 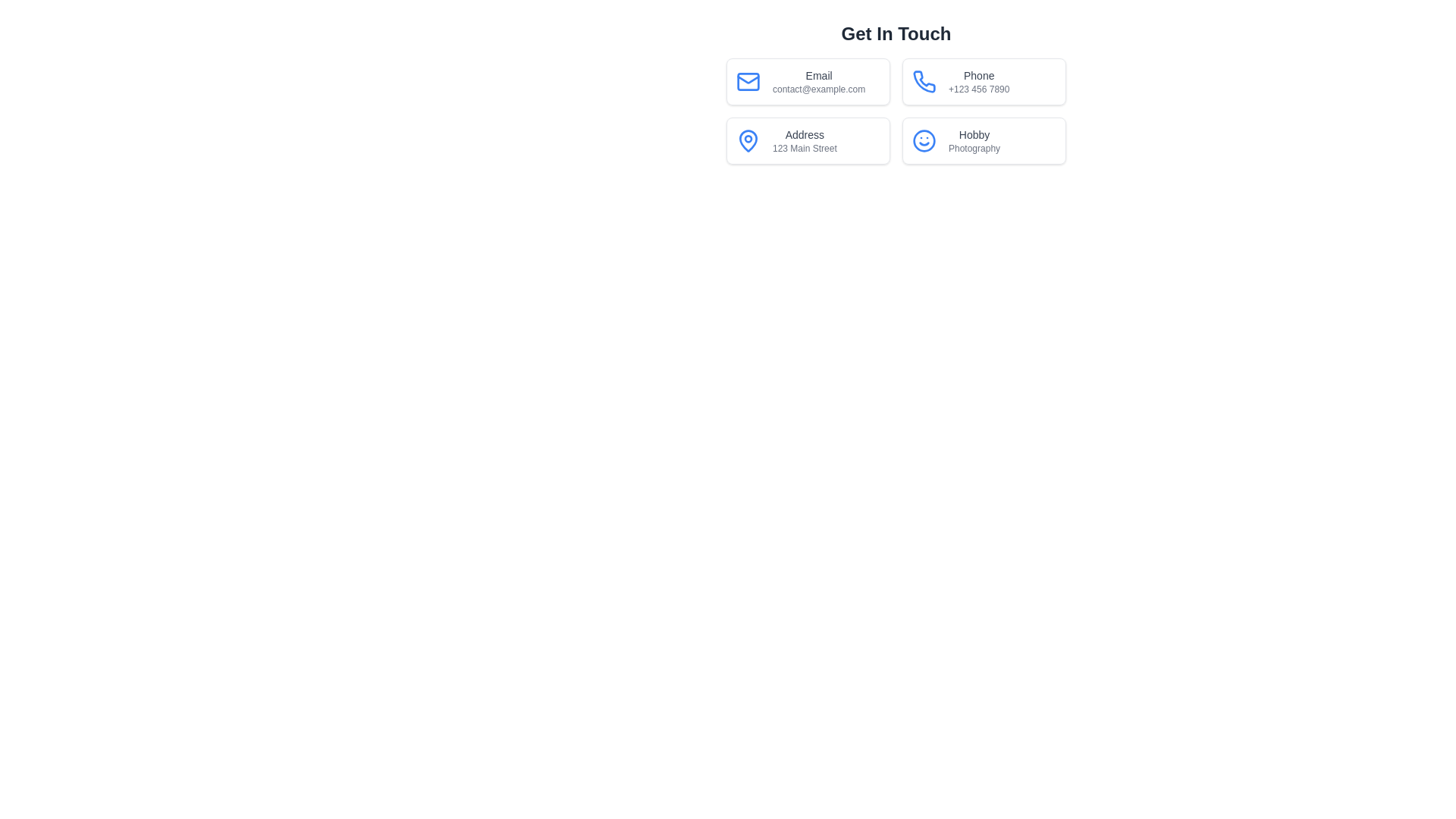 What do you see at coordinates (924, 140) in the screenshot?
I see `the smiley face icon in the 'Hobby' and 'Photography' card, located in the bottom-right section of the UI panel` at bounding box center [924, 140].